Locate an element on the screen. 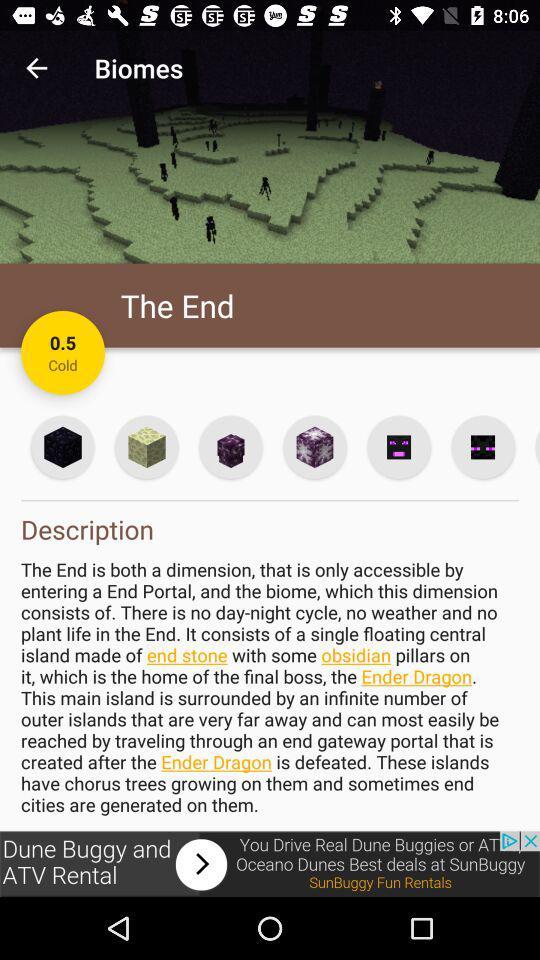 This screenshot has width=540, height=960. selection button is located at coordinates (314, 447).